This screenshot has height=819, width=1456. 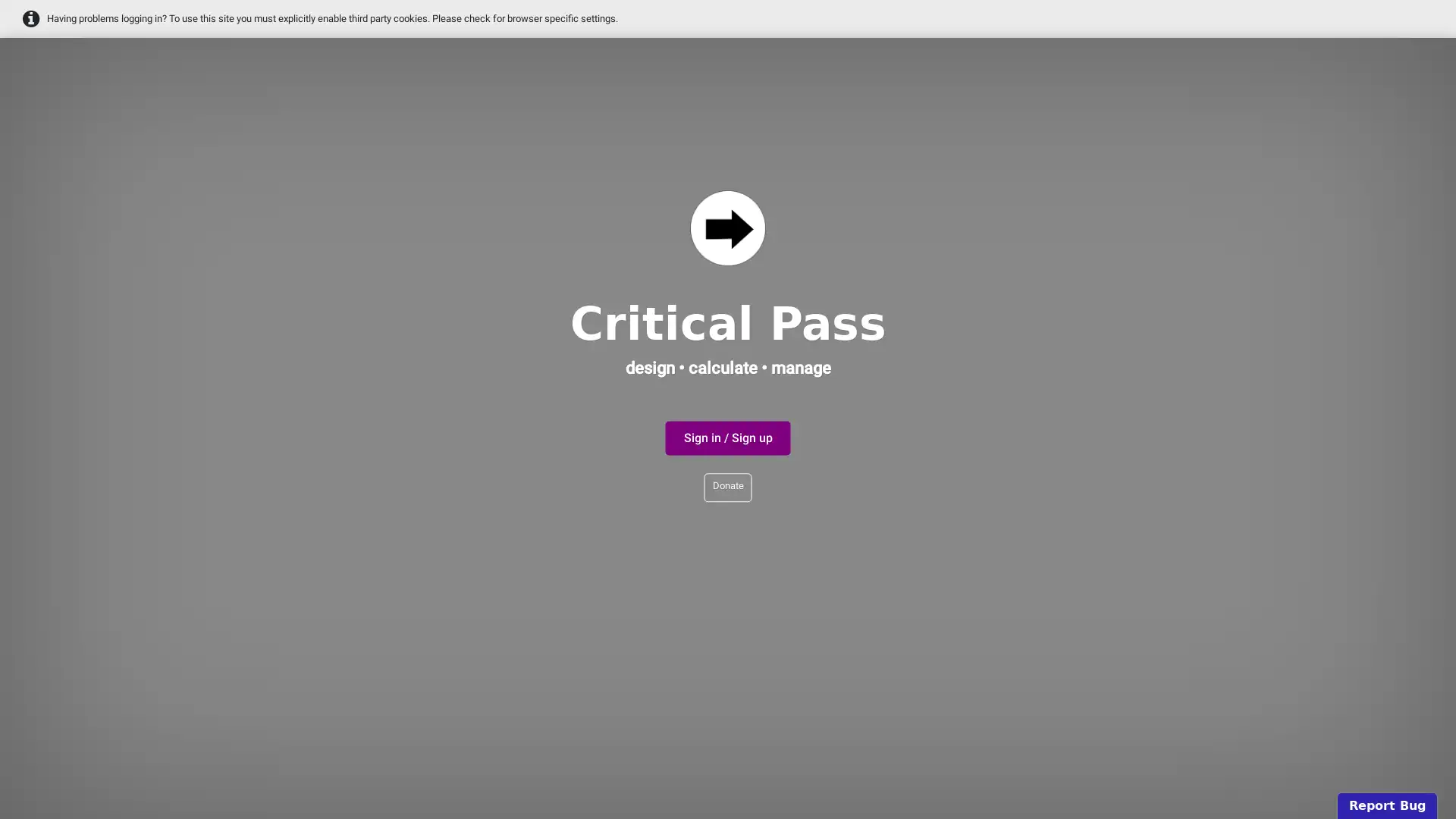 I want to click on Sign in / Sign up, so click(x=726, y=438).